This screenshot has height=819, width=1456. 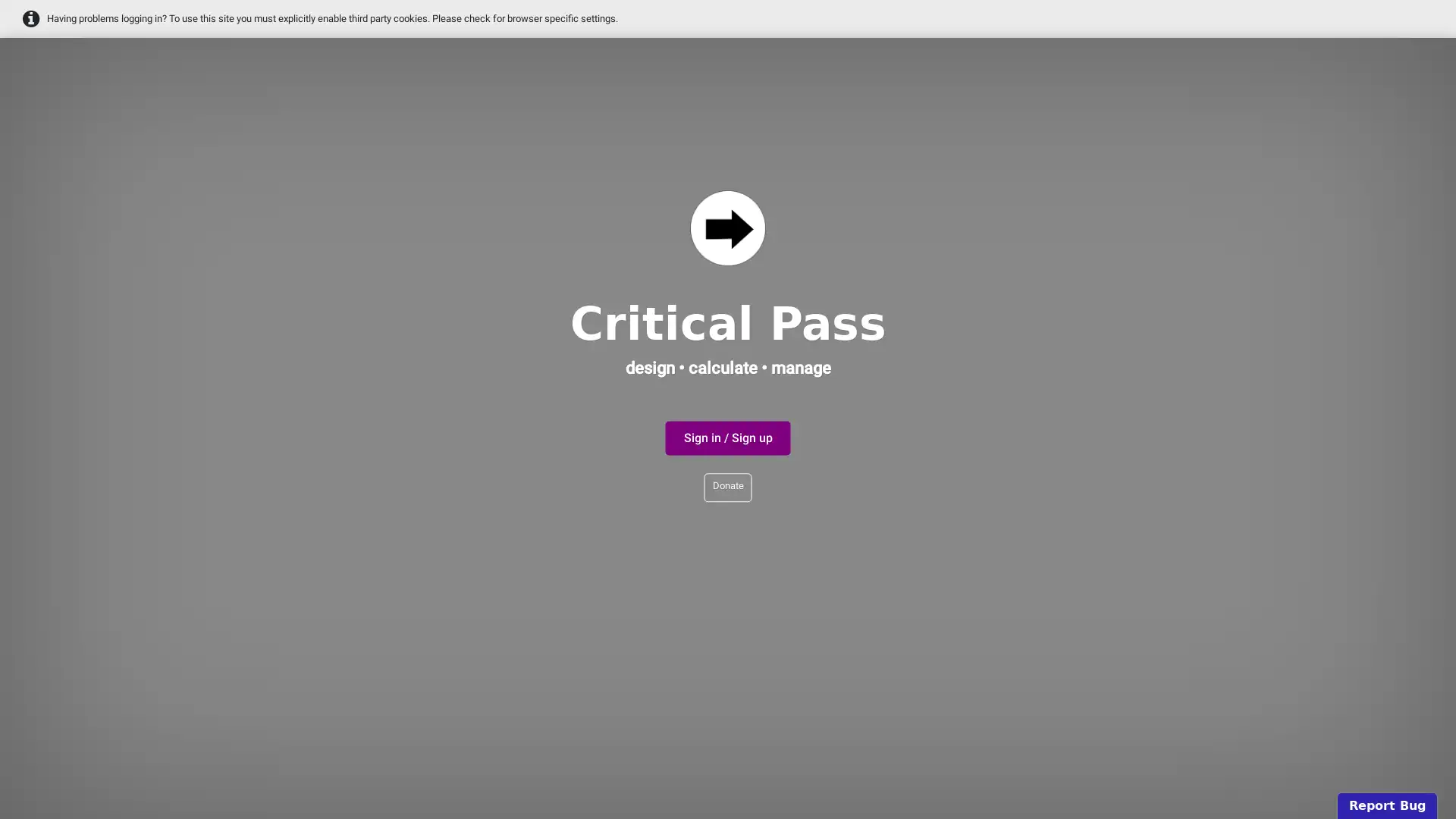 I want to click on Sign in / Sign up, so click(x=726, y=438).